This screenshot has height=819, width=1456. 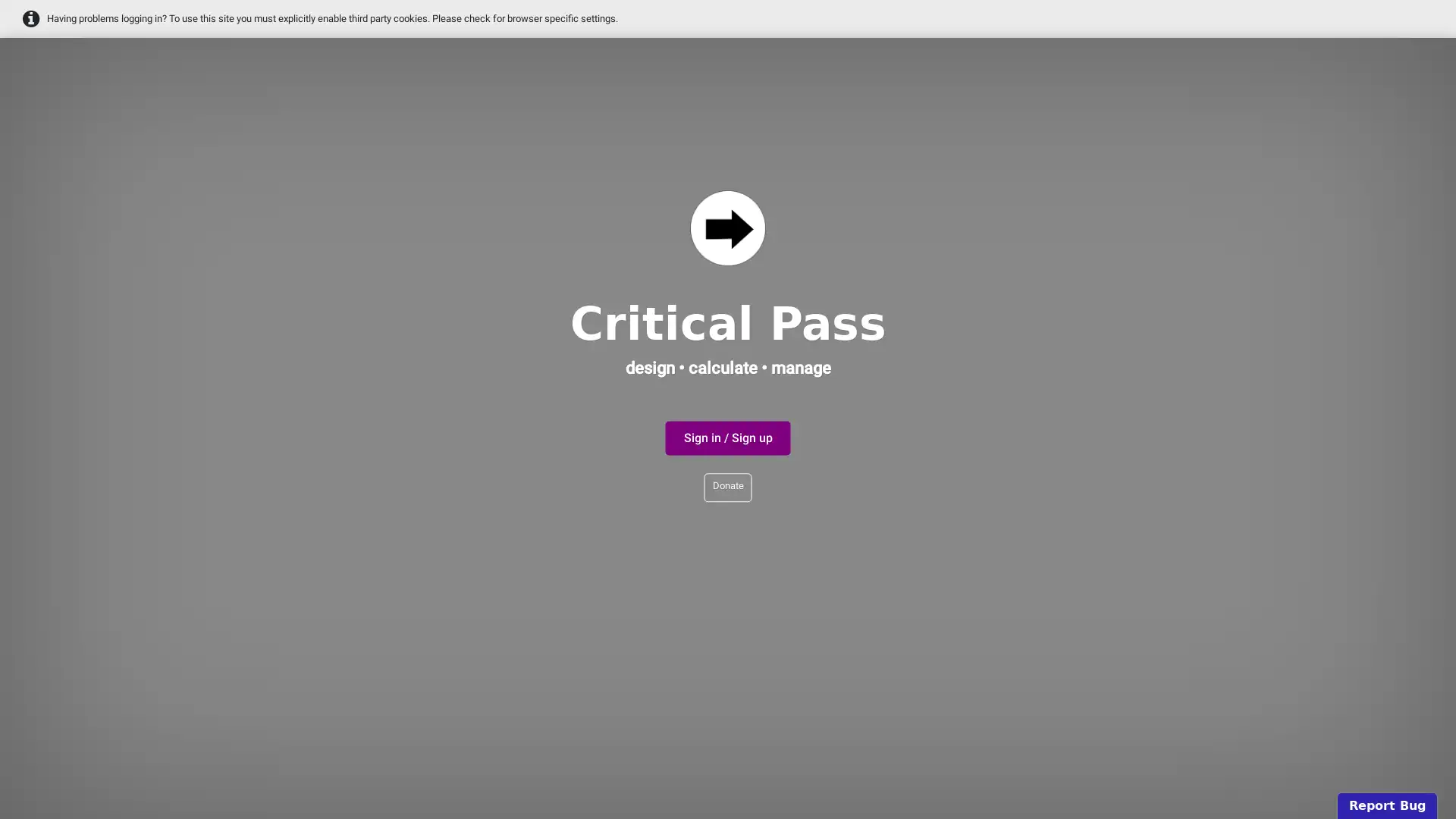 I want to click on Sign in / Sign up, so click(x=726, y=438).